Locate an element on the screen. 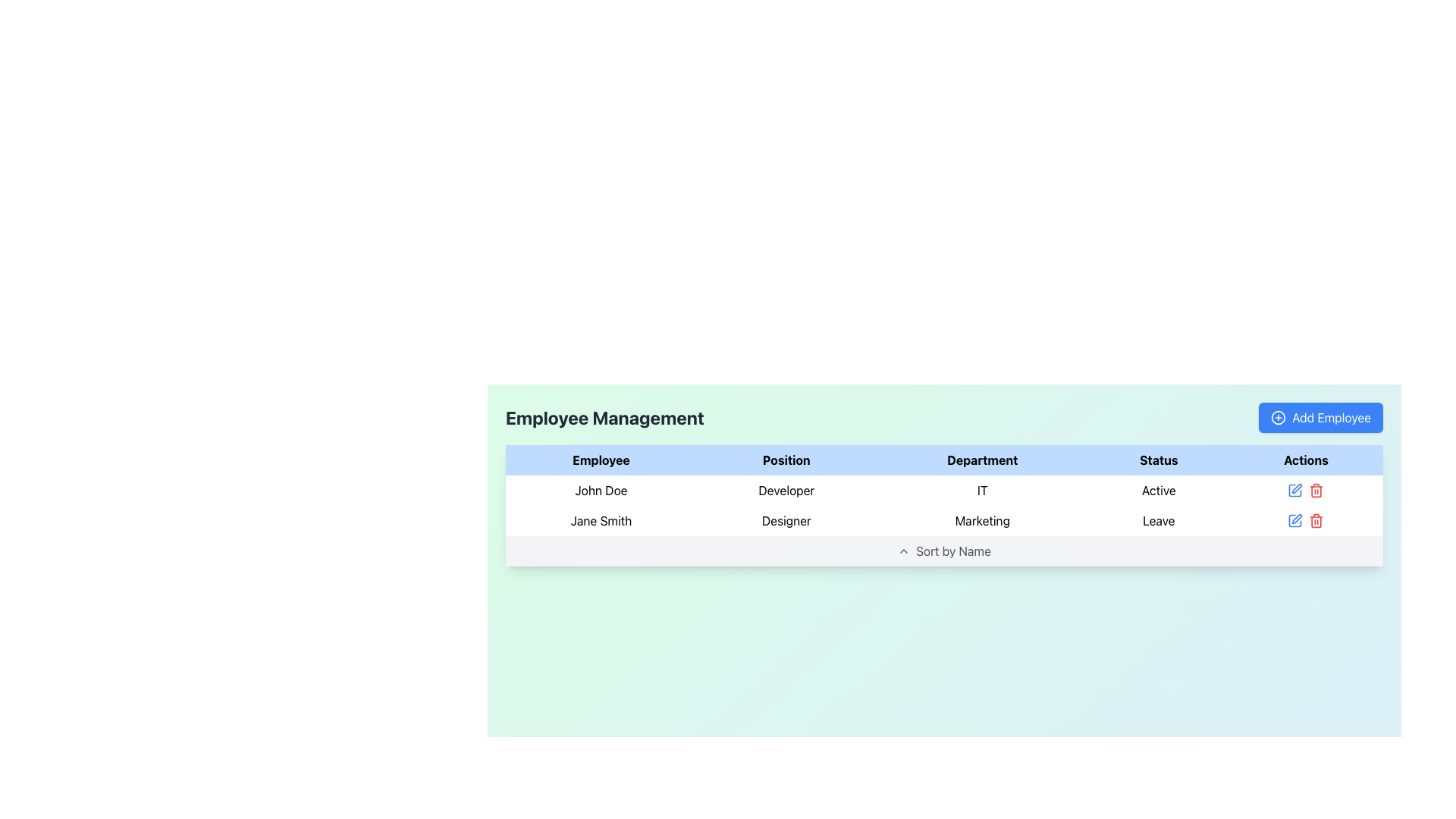  the text label displaying the employment status 'Leave' for Jane Smith in the second row of the table under the 'Status' column is located at coordinates (1158, 519).